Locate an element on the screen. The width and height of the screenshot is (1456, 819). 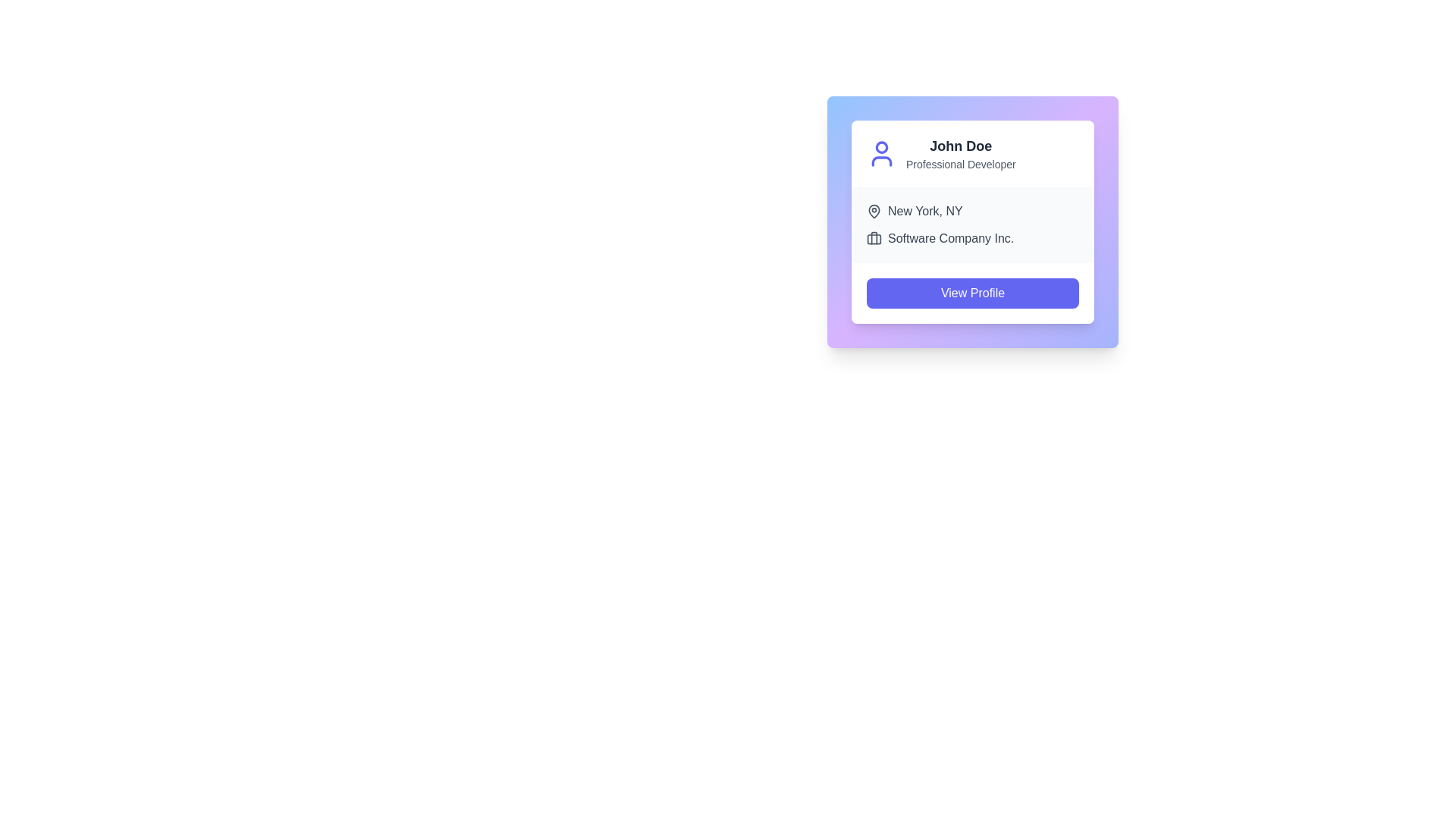
the map pin icon located to the left of the text 'New York, NY' in the profile card is located at coordinates (874, 210).